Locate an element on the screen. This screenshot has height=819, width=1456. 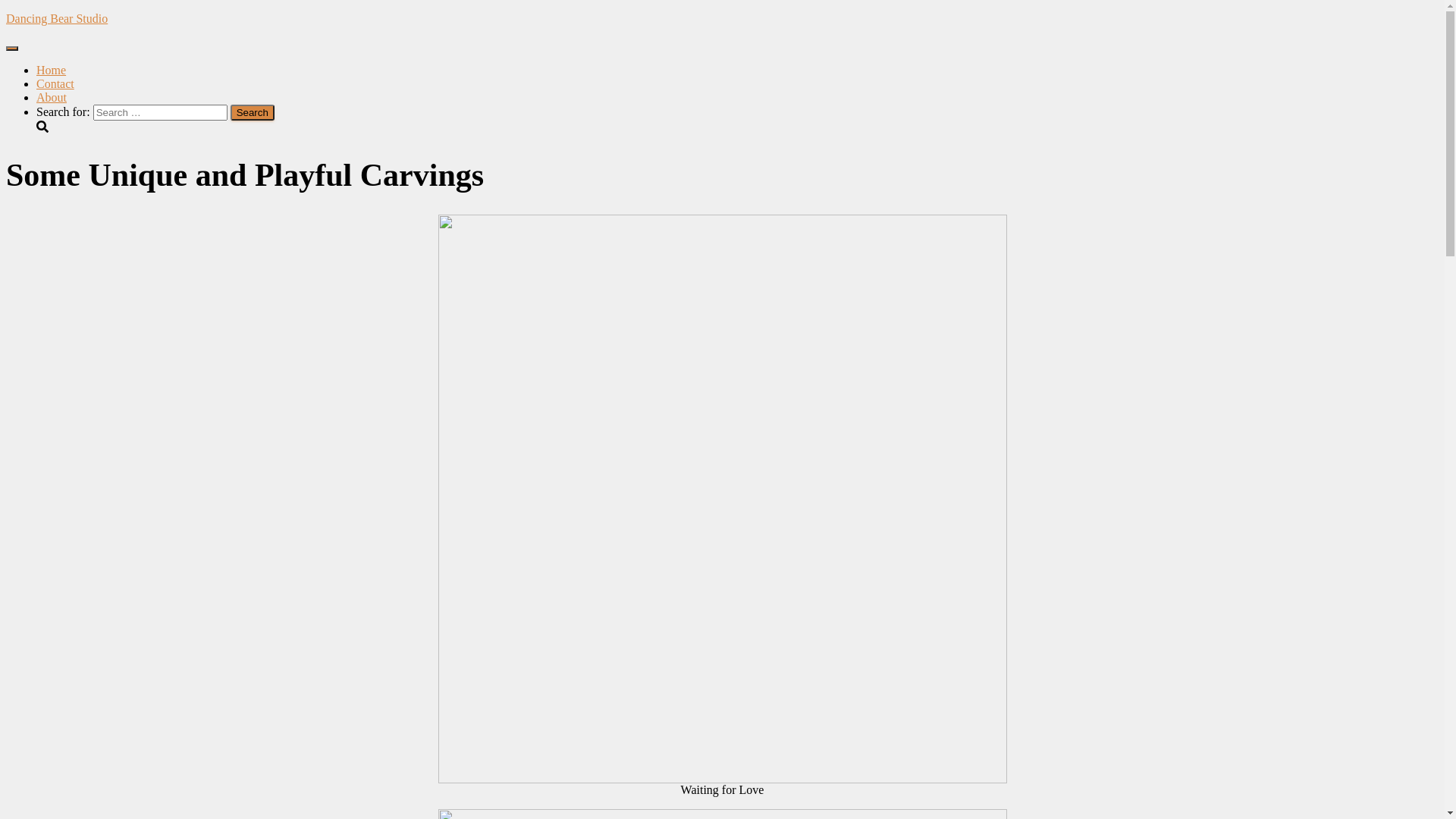
'About' is located at coordinates (51, 97).